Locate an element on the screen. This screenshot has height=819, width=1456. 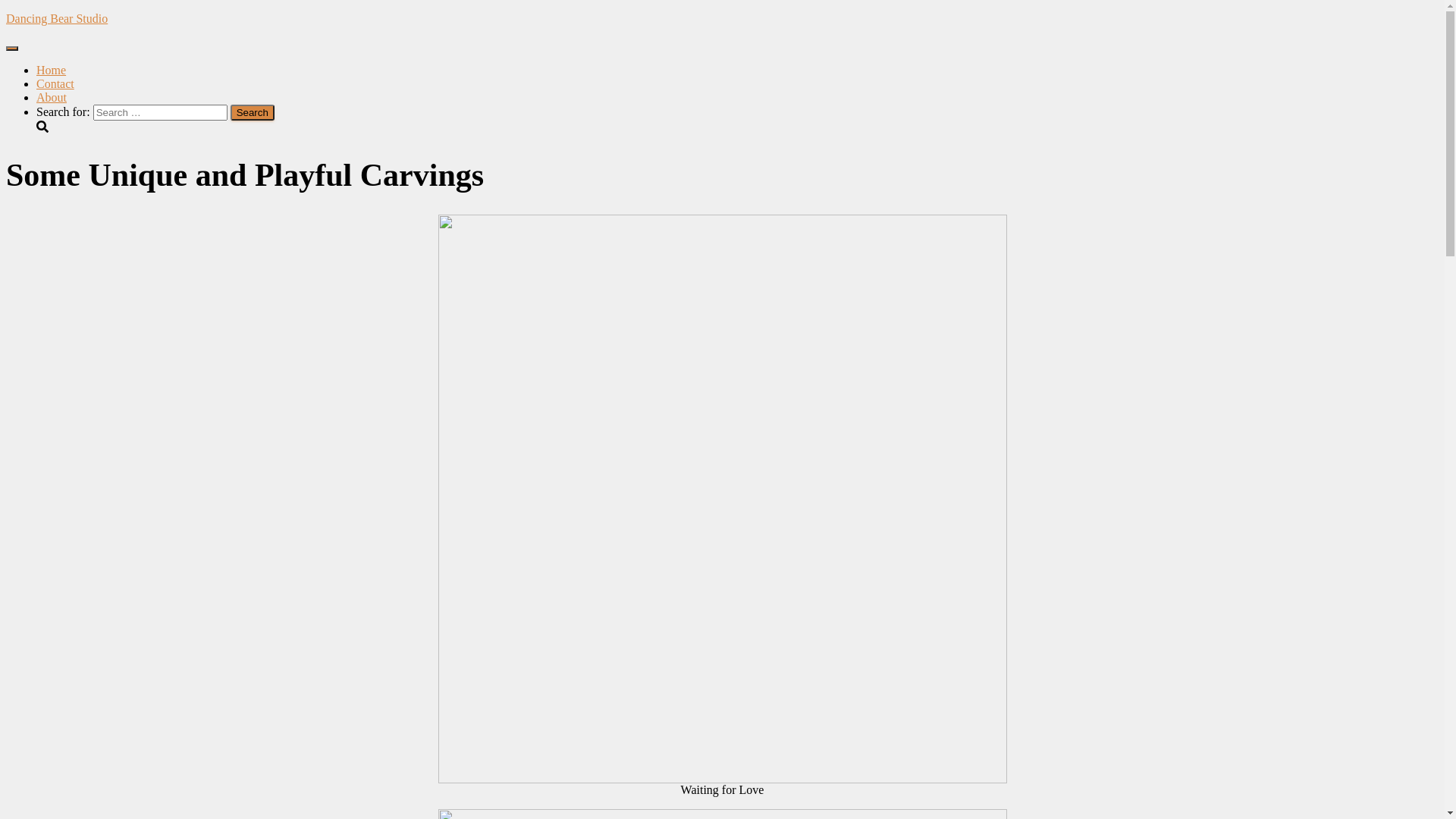
'About' is located at coordinates (51, 97).